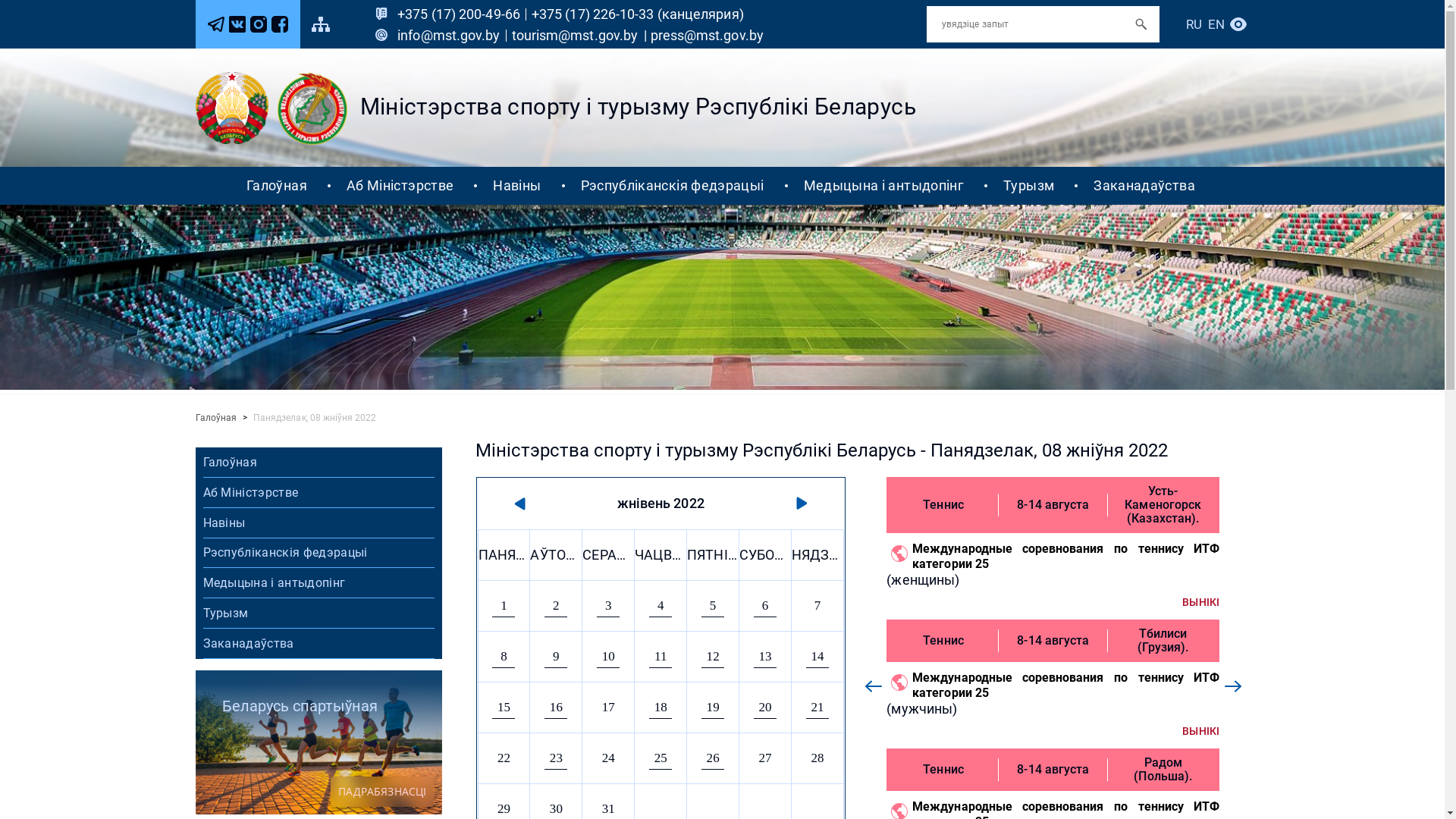  What do you see at coordinates (555, 656) in the screenshot?
I see `'9'` at bounding box center [555, 656].